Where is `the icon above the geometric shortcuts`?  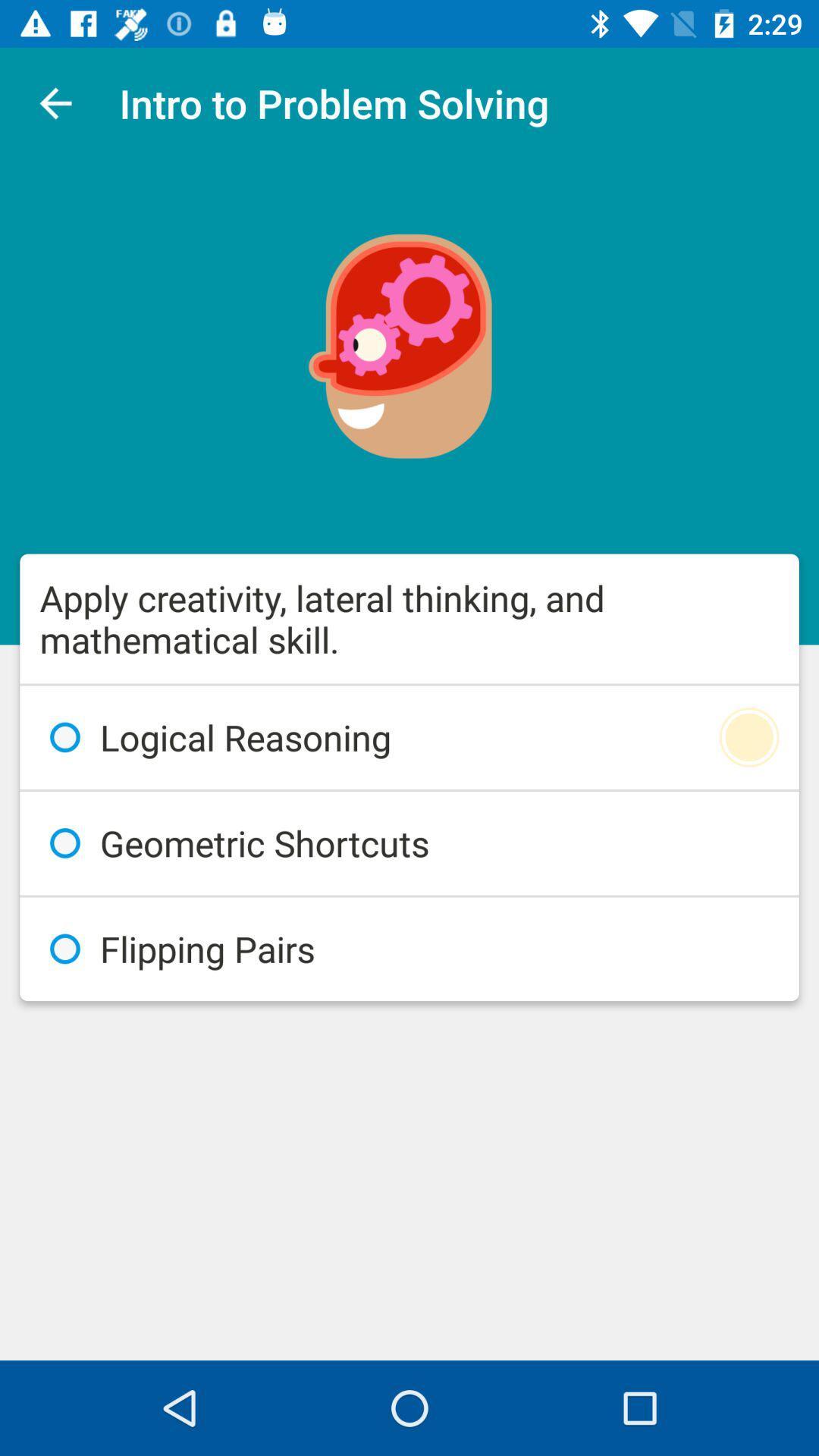
the icon above the geometric shortcuts is located at coordinates (409, 737).